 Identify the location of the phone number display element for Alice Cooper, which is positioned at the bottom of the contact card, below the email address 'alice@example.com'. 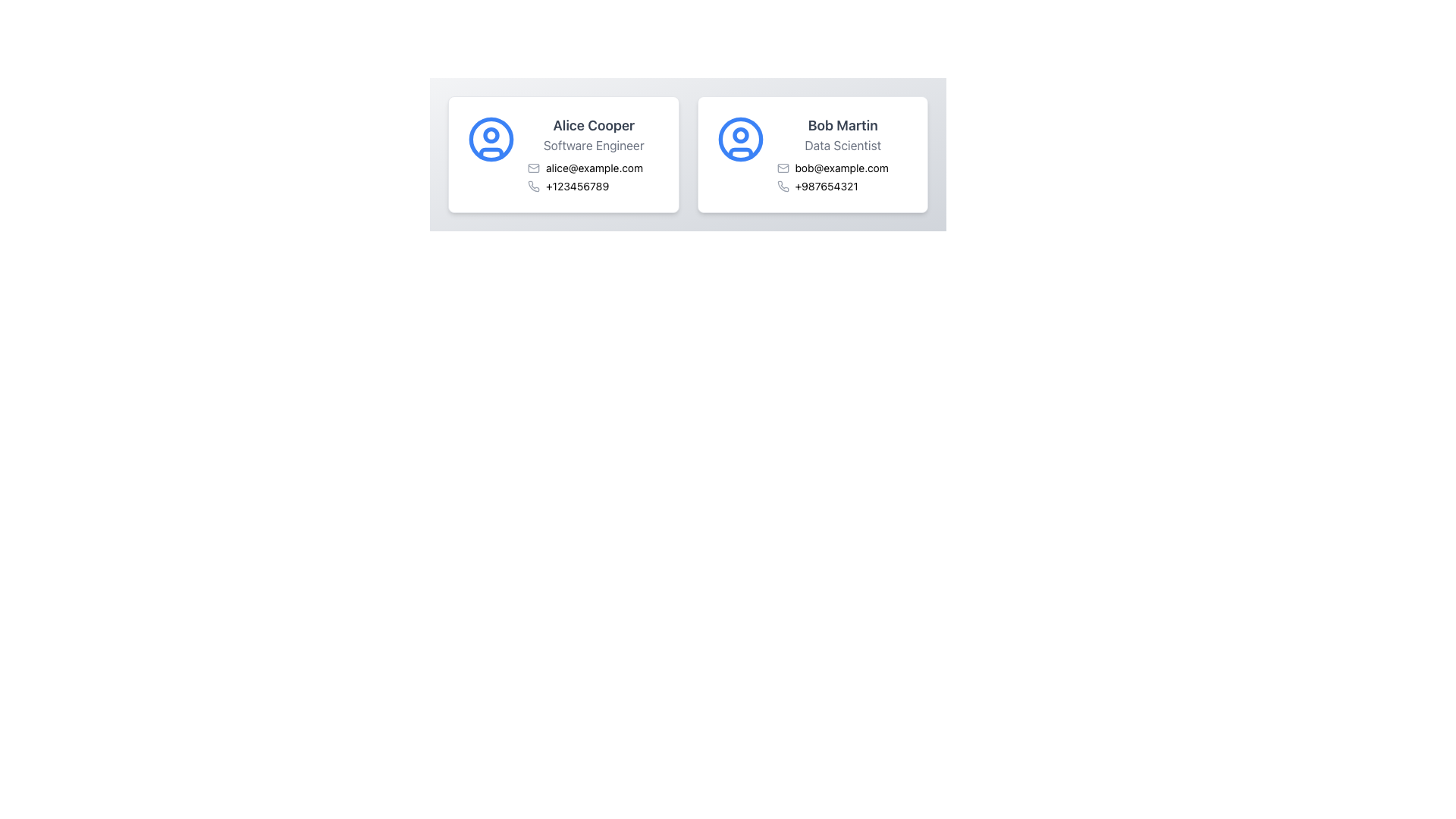
(593, 186).